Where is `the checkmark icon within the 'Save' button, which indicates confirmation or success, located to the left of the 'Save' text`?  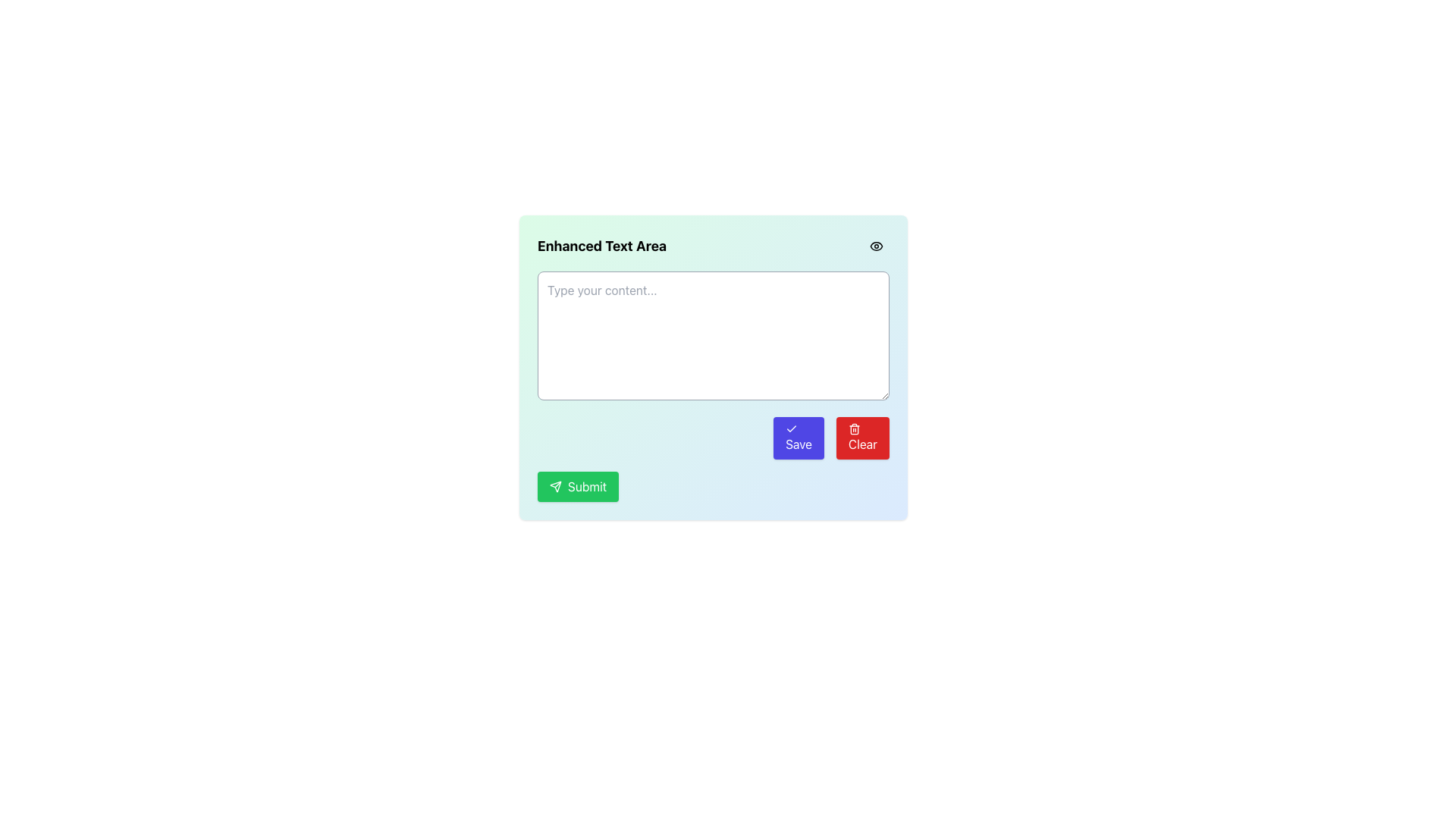 the checkmark icon within the 'Save' button, which indicates confirmation or success, located to the left of the 'Save' text is located at coordinates (791, 429).